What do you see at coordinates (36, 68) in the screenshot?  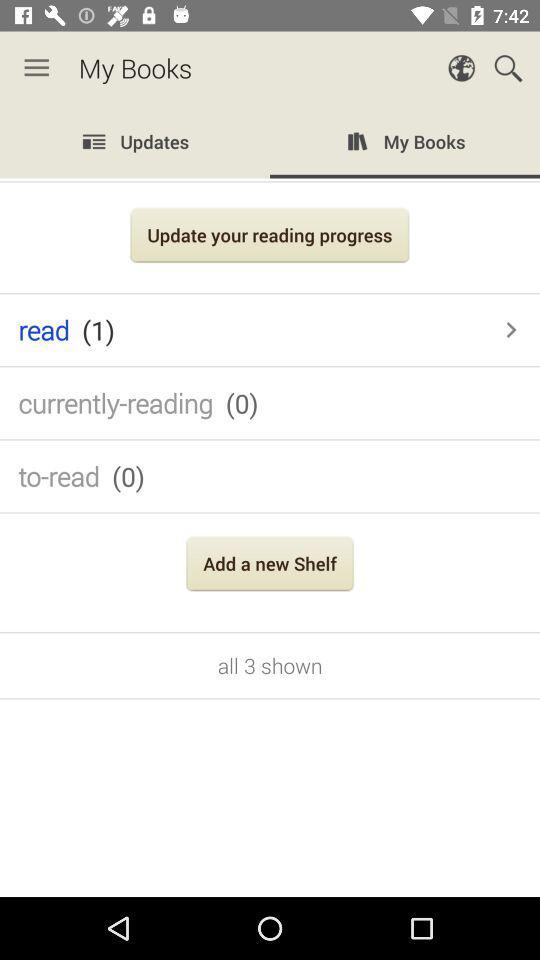 I see `app to the left of the my books item` at bounding box center [36, 68].